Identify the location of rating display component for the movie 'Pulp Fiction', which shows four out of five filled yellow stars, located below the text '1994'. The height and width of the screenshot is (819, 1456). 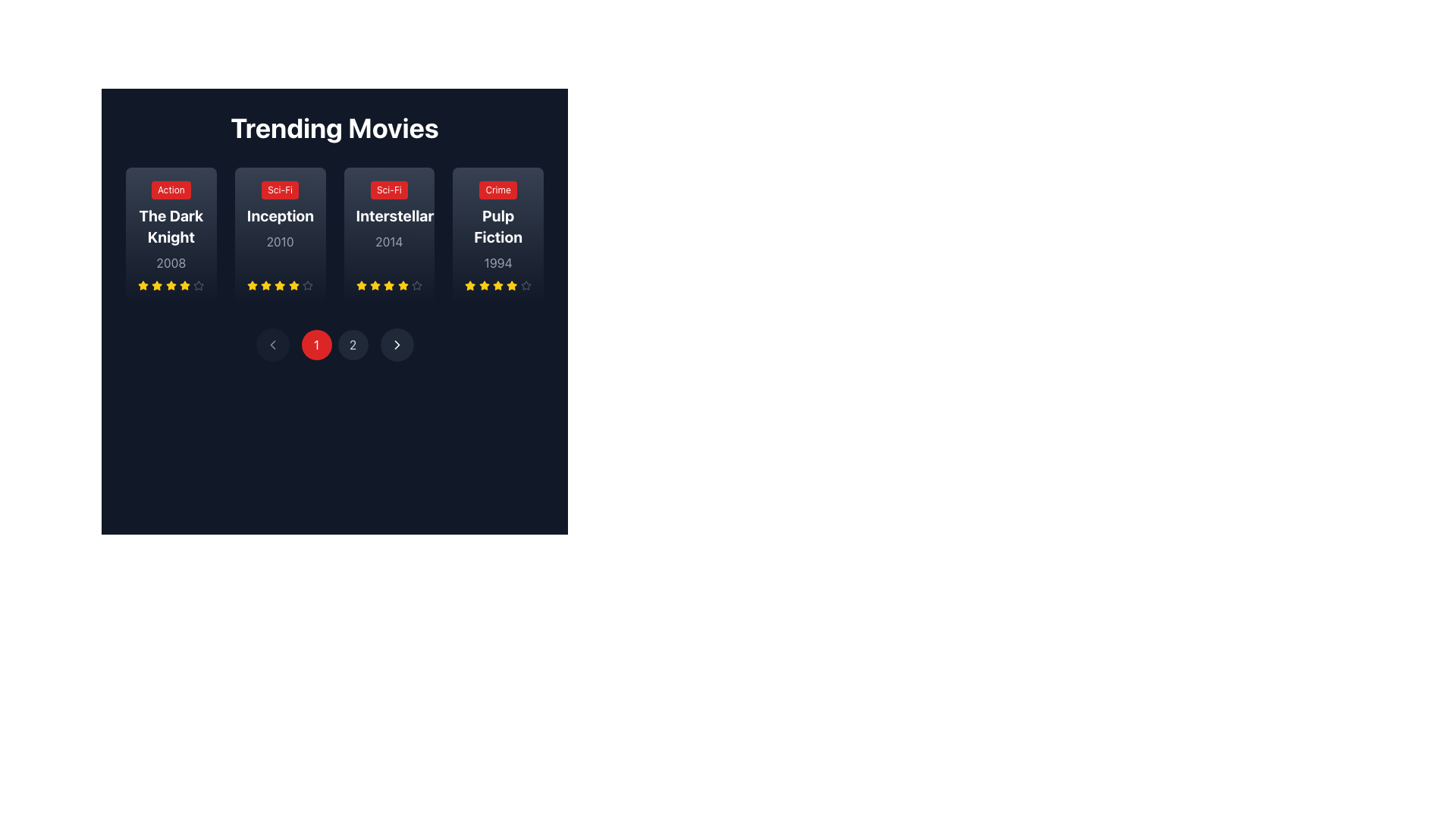
(498, 285).